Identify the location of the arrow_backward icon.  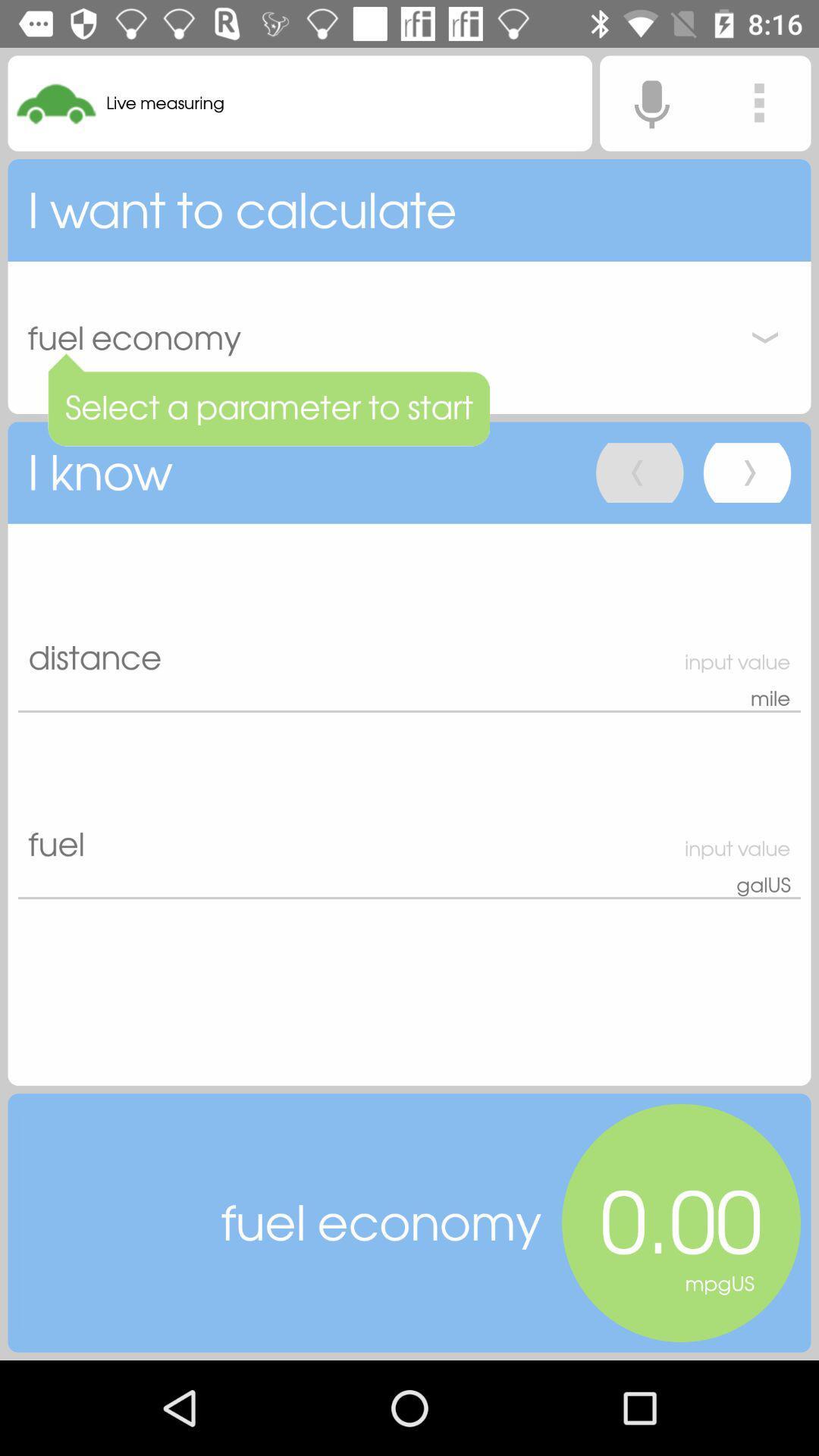
(639, 472).